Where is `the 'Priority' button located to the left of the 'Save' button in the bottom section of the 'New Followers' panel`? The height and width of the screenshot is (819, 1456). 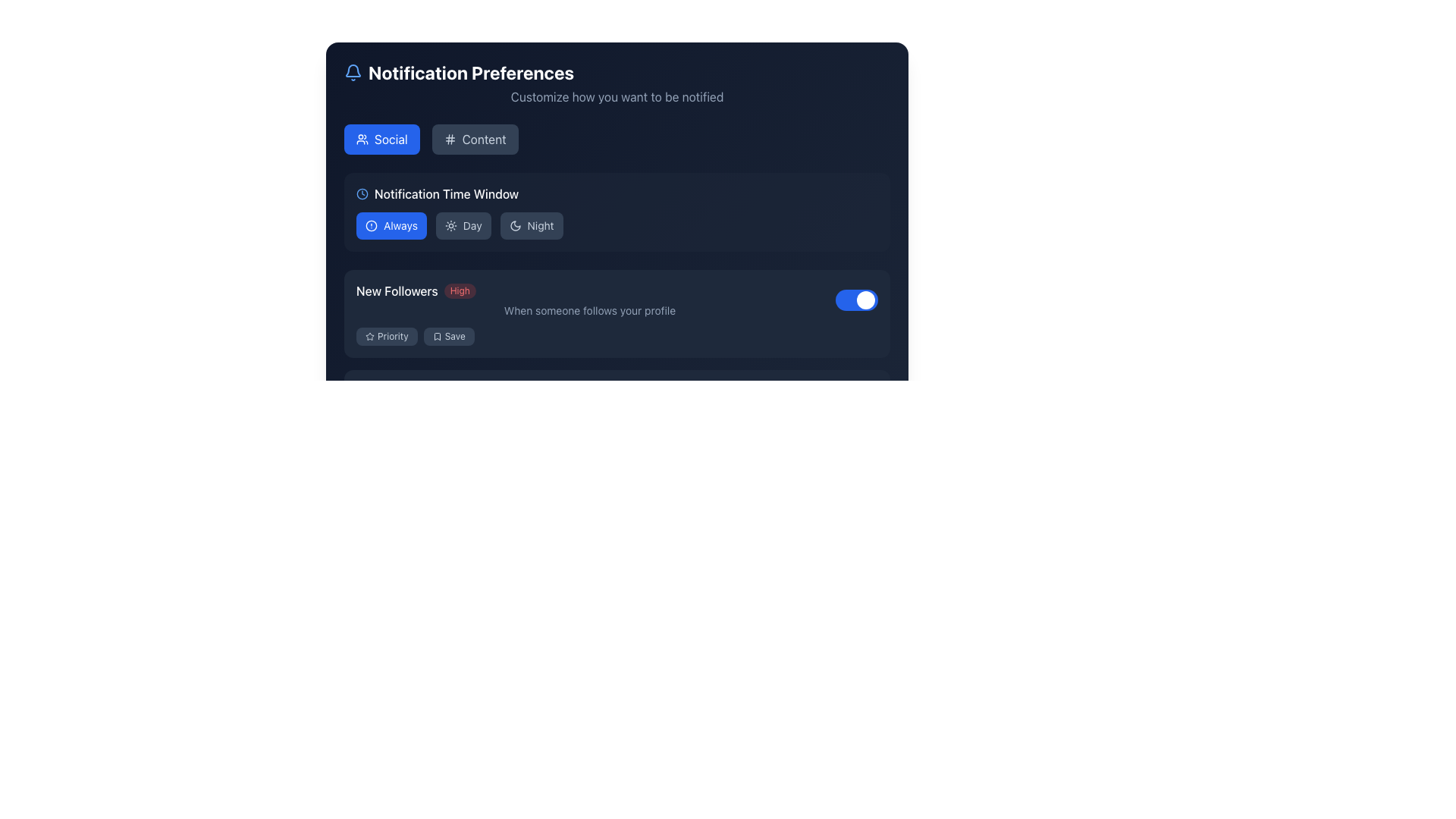 the 'Priority' button located to the left of the 'Save' button in the bottom section of the 'New Followers' panel is located at coordinates (387, 335).